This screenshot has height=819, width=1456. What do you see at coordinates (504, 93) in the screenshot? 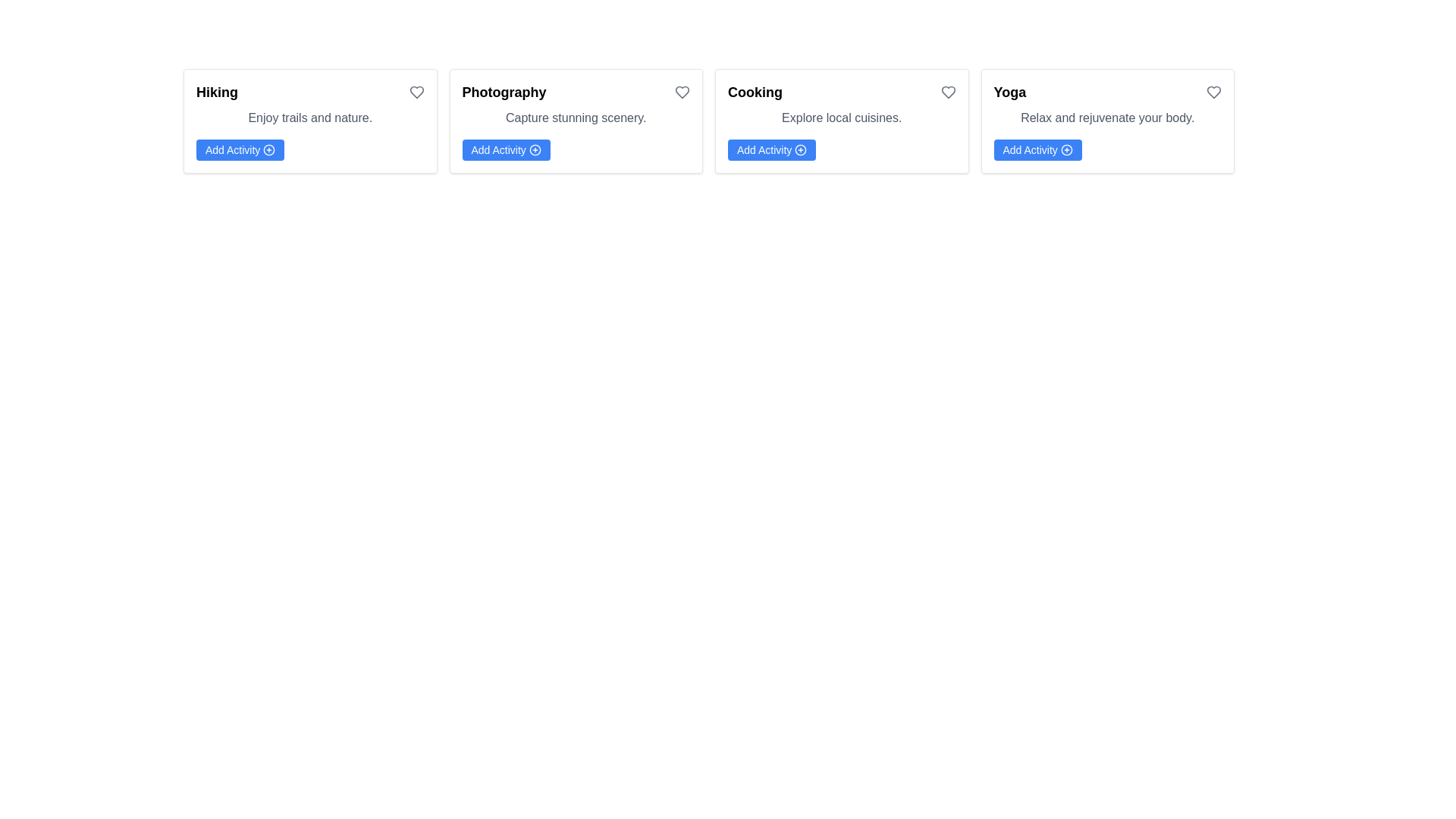
I see `the text label that serves as a title for the second card in a grid layout, positioned between the Hiking card and the Cooking card` at bounding box center [504, 93].